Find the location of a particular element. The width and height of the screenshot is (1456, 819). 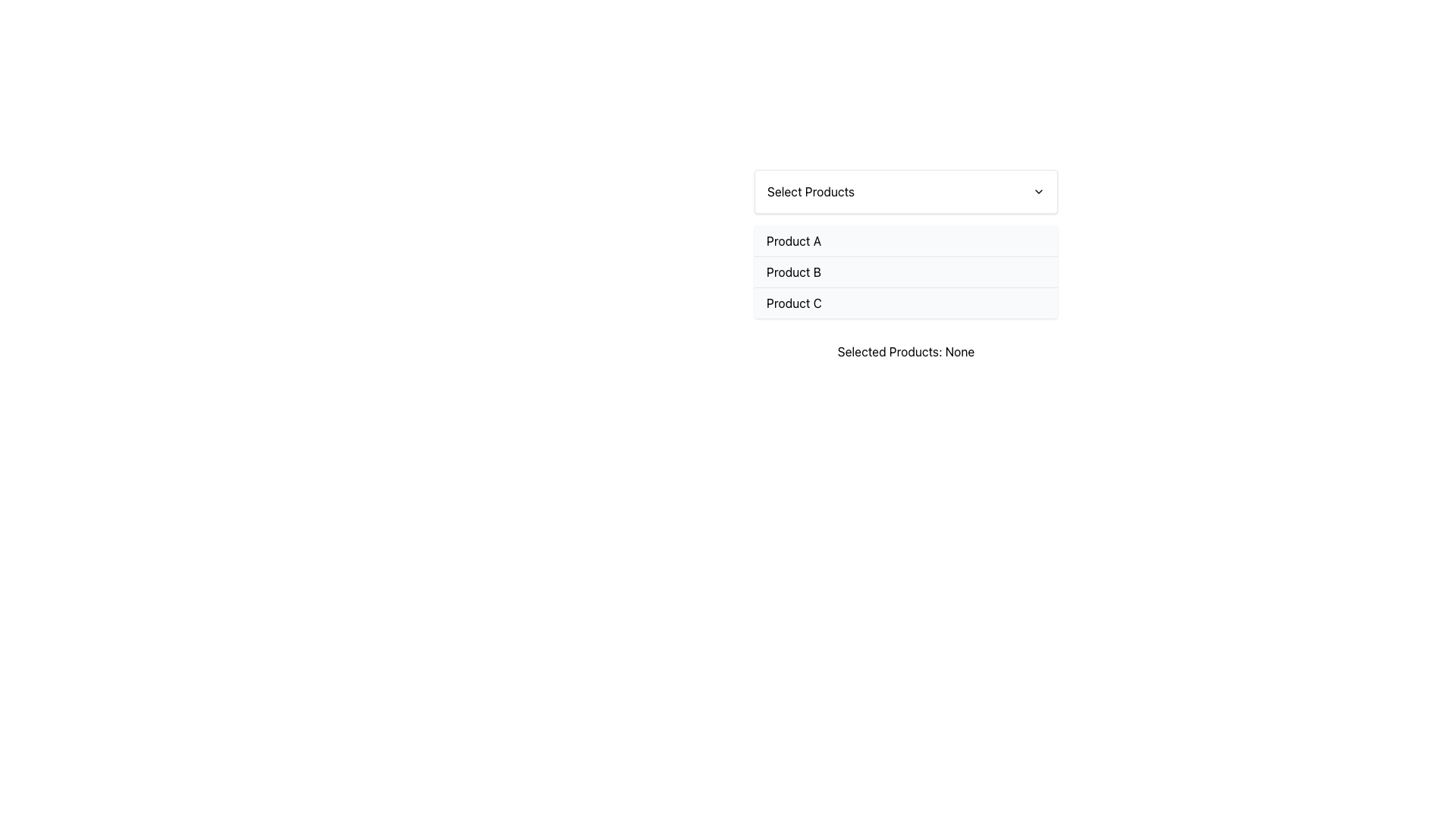

the 'Product C' label in the selectable list under the dropdown 'Select Products' is located at coordinates (793, 303).